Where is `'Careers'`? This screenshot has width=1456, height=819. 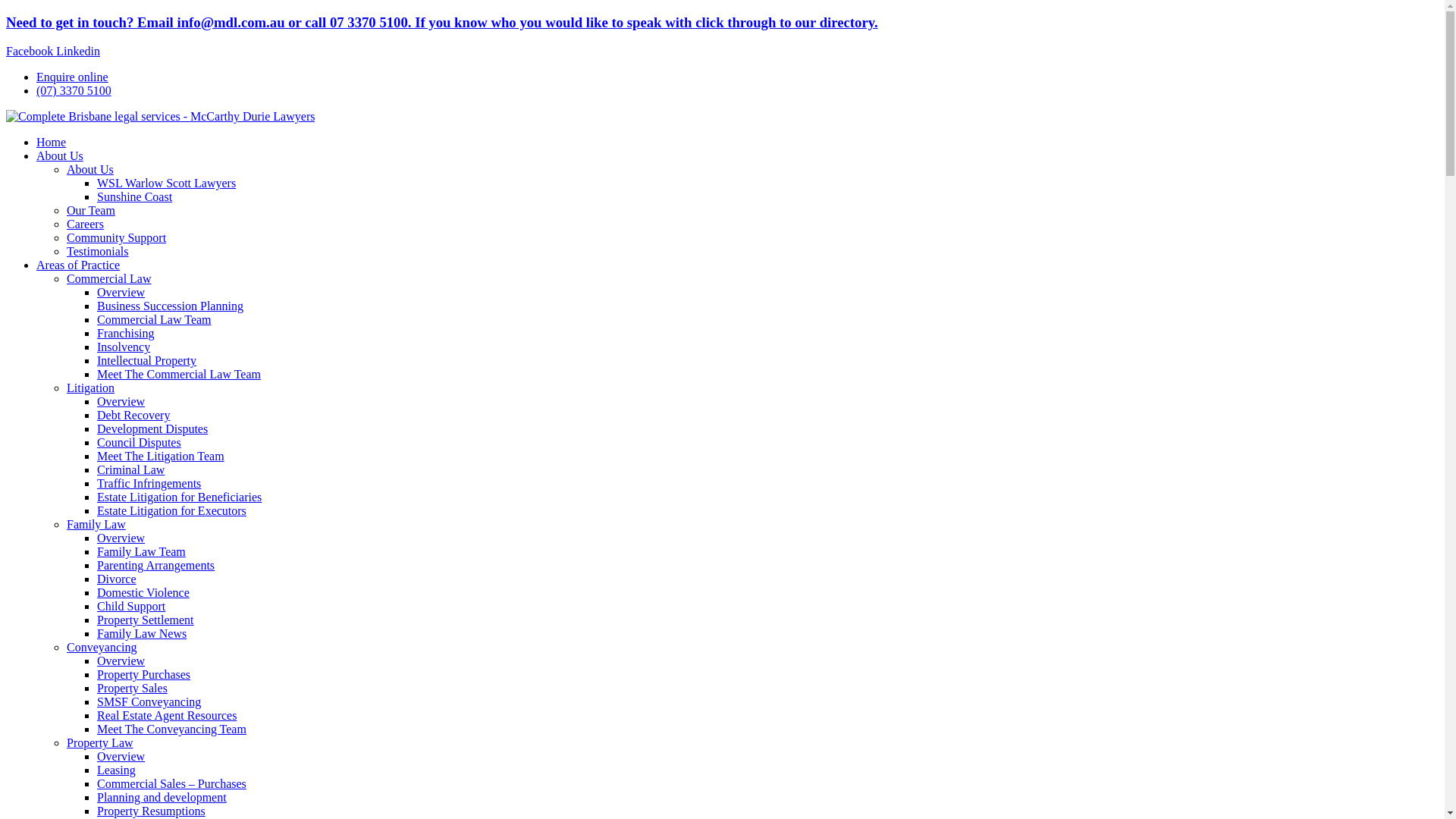
'Careers' is located at coordinates (84, 224).